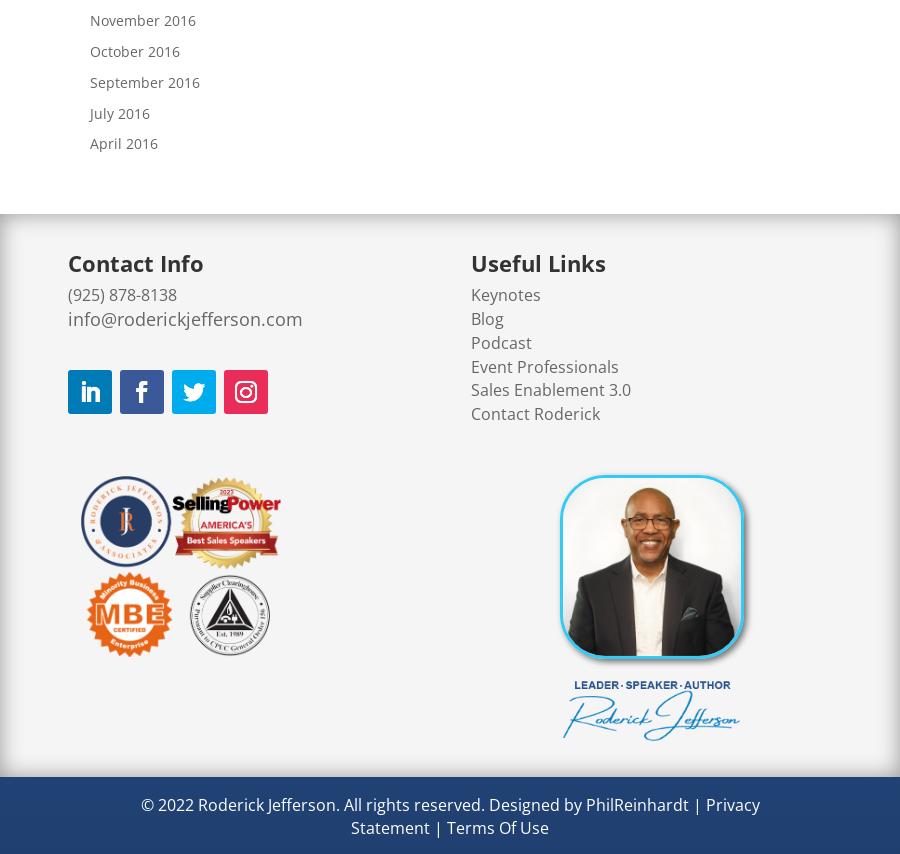 The height and width of the screenshot is (854, 900). What do you see at coordinates (544, 366) in the screenshot?
I see `'Event Professionals'` at bounding box center [544, 366].